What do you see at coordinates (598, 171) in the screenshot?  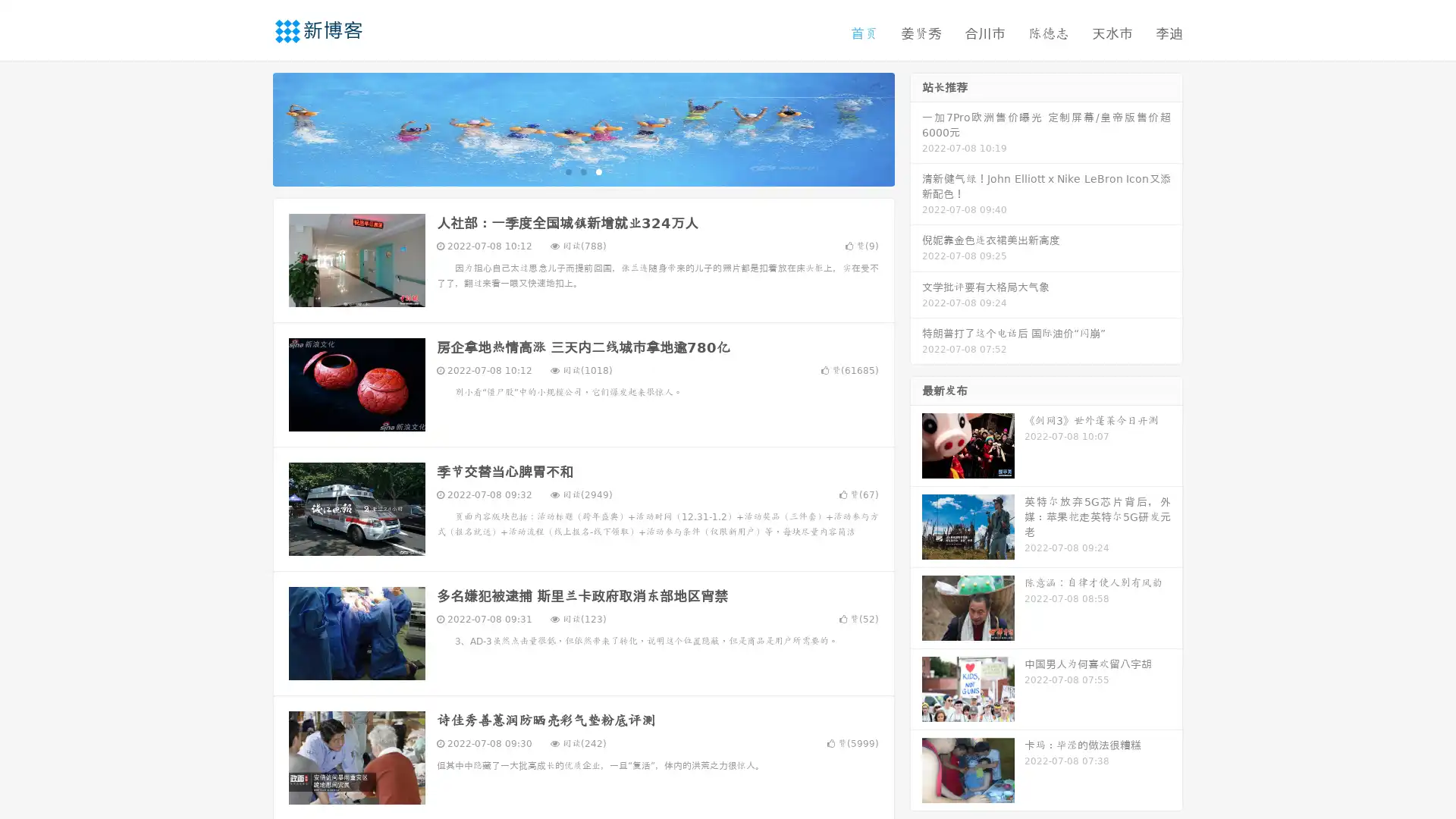 I see `Go to slide 3` at bounding box center [598, 171].